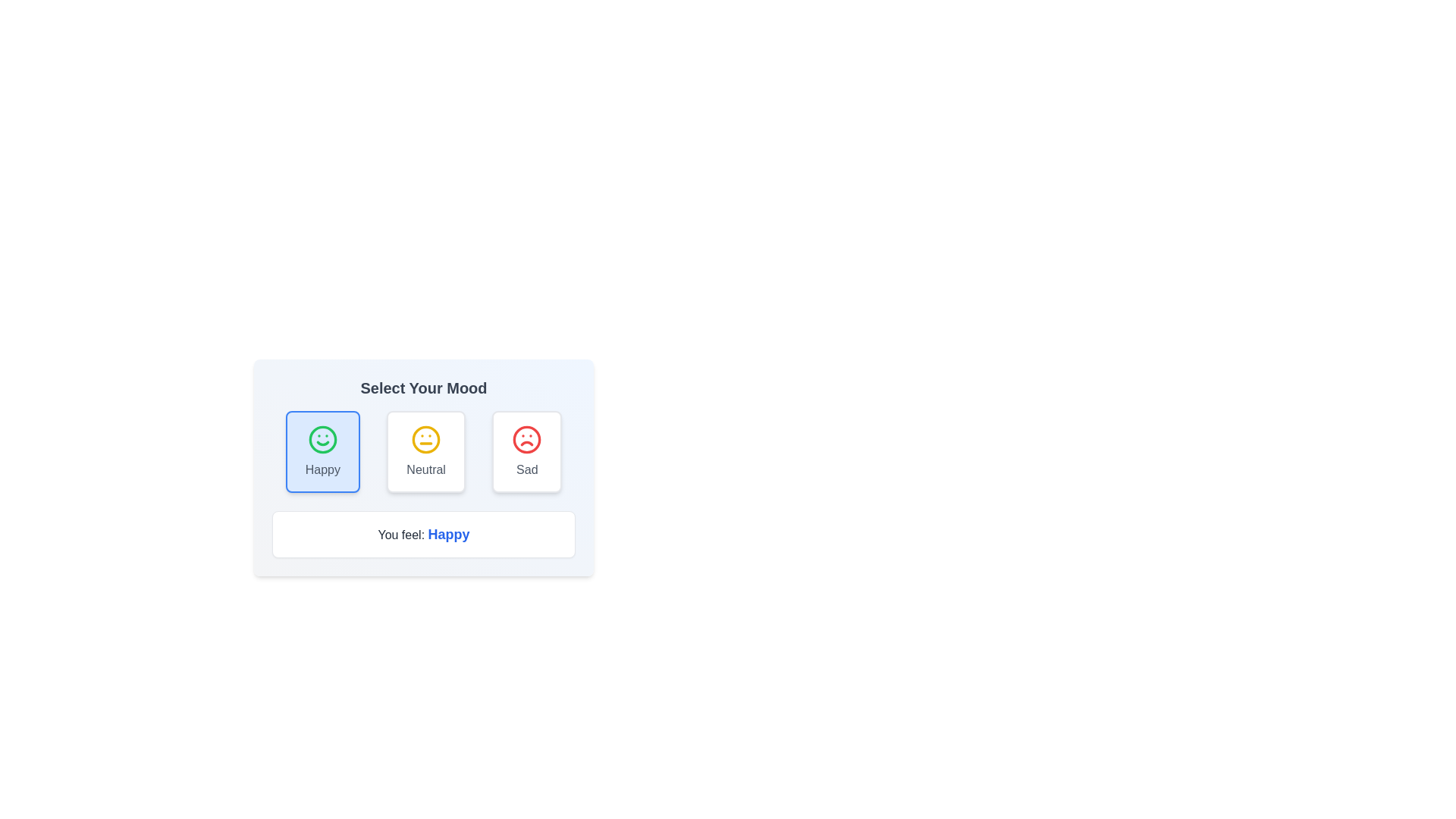  I want to click on the 'Sad' mood selection button, so click(527, 451).